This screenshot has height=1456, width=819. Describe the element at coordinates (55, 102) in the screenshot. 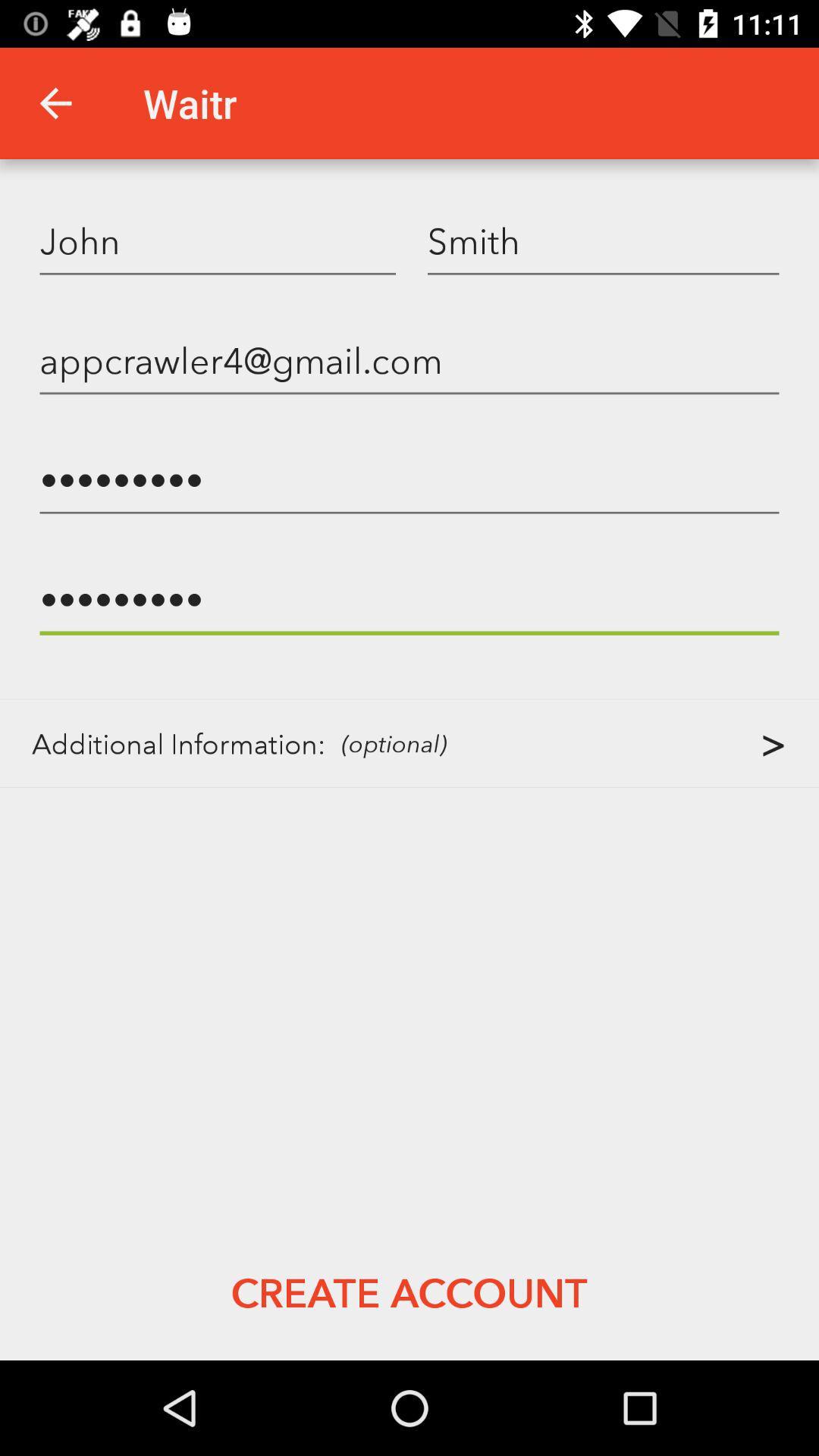

I see `item next to waitr icon` at that location.